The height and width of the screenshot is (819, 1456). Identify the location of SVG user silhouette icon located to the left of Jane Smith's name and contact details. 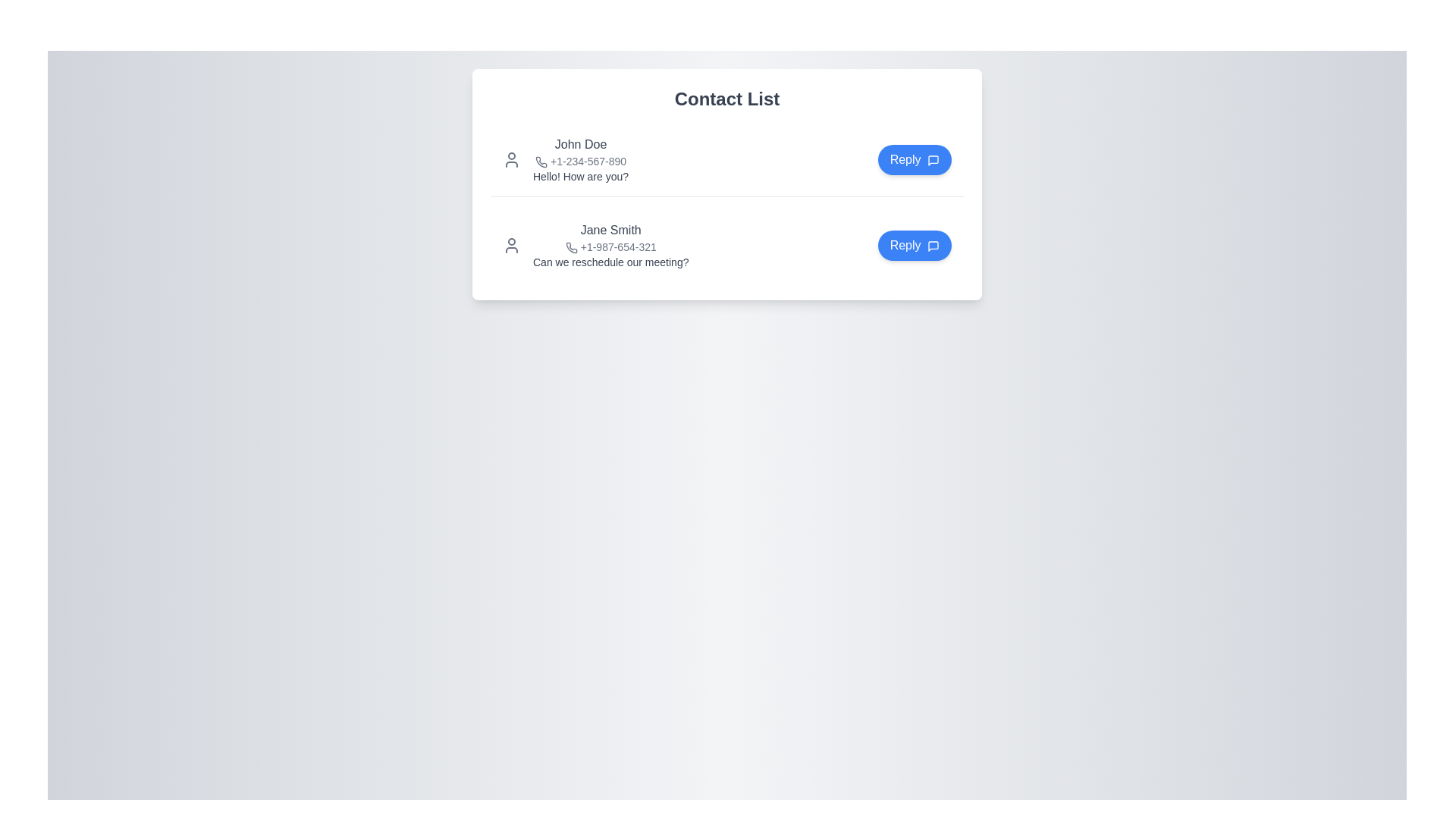
(512, 245).